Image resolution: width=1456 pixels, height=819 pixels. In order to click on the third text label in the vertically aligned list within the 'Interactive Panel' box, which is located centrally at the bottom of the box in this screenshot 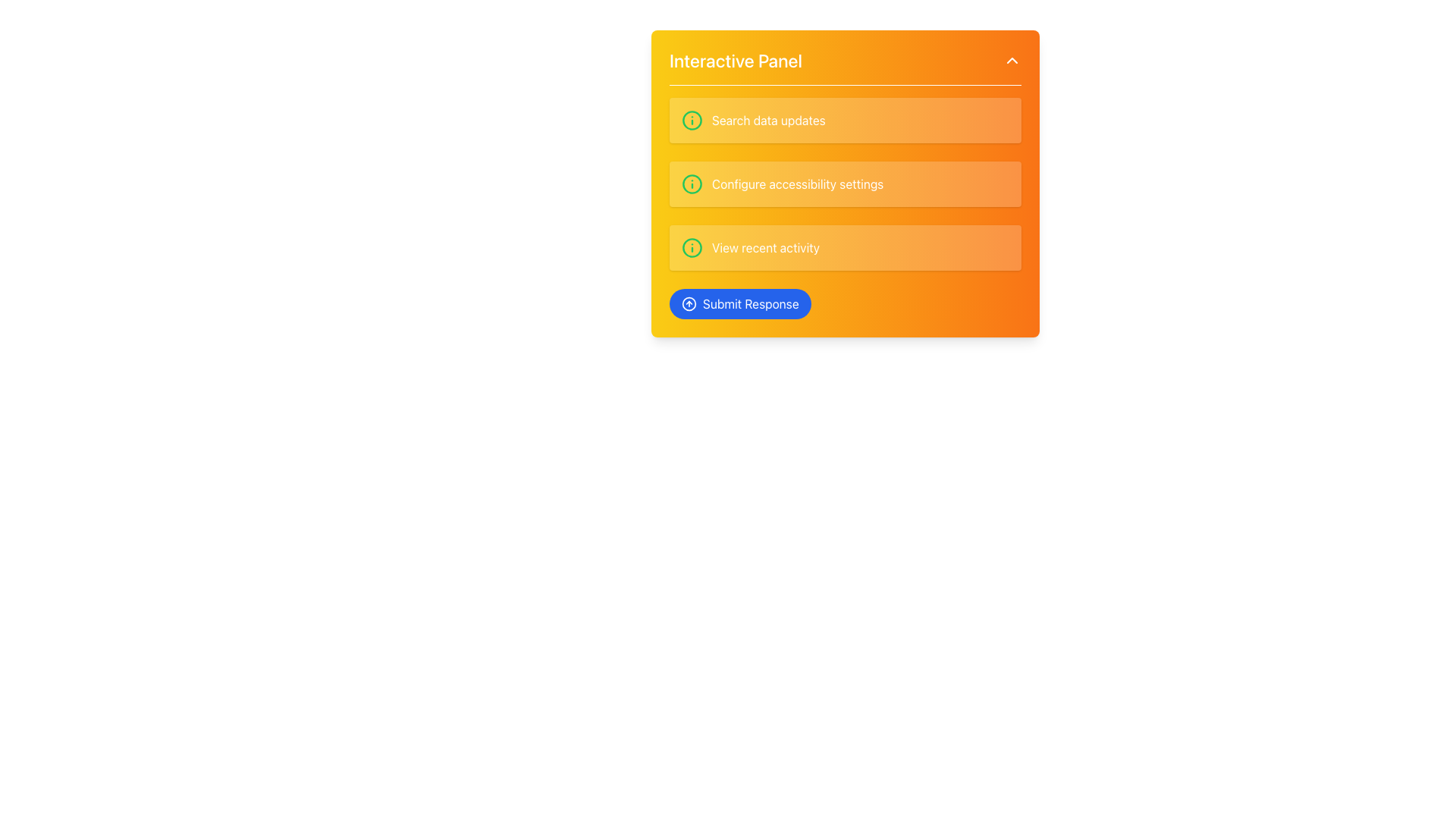, I will do `click(766, 247)`.